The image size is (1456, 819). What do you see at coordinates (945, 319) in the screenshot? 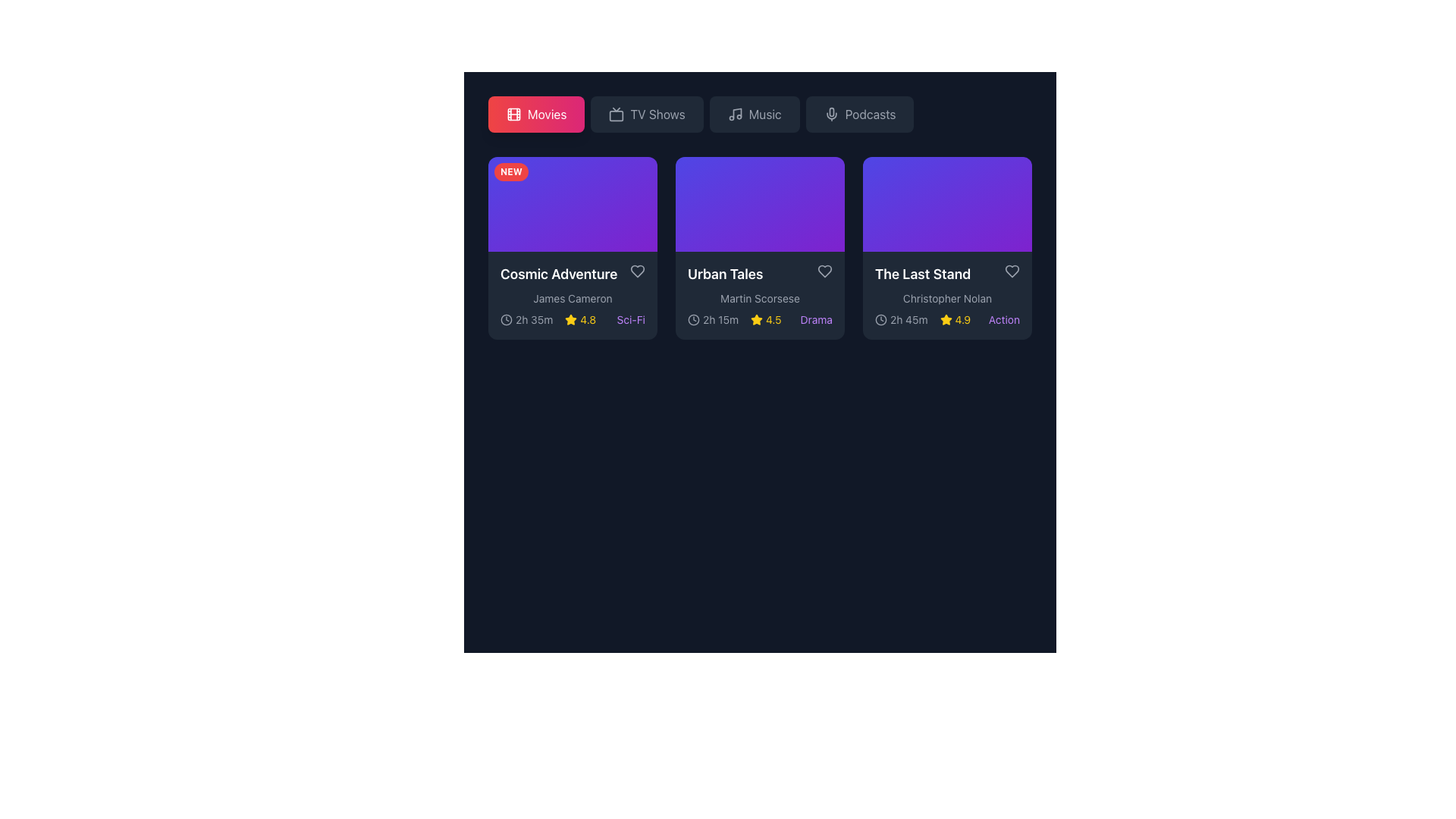
I see `the star icon representing the rating for the movie 'The Last Stand', which is part of a horizontal arrangement with a numeric rating '4.9'` at bounding box center [945, 319].